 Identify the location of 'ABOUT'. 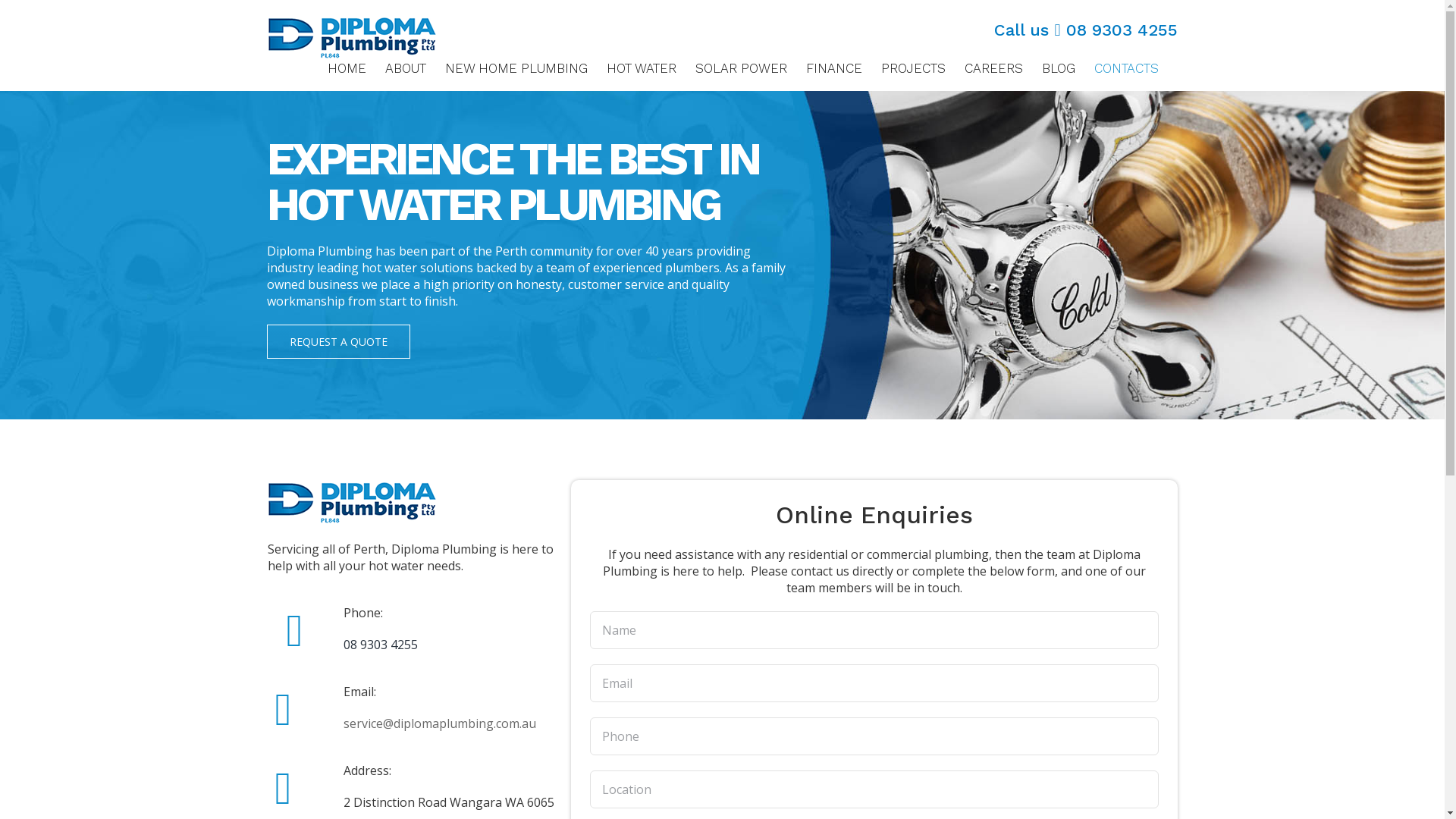
(405, 67).